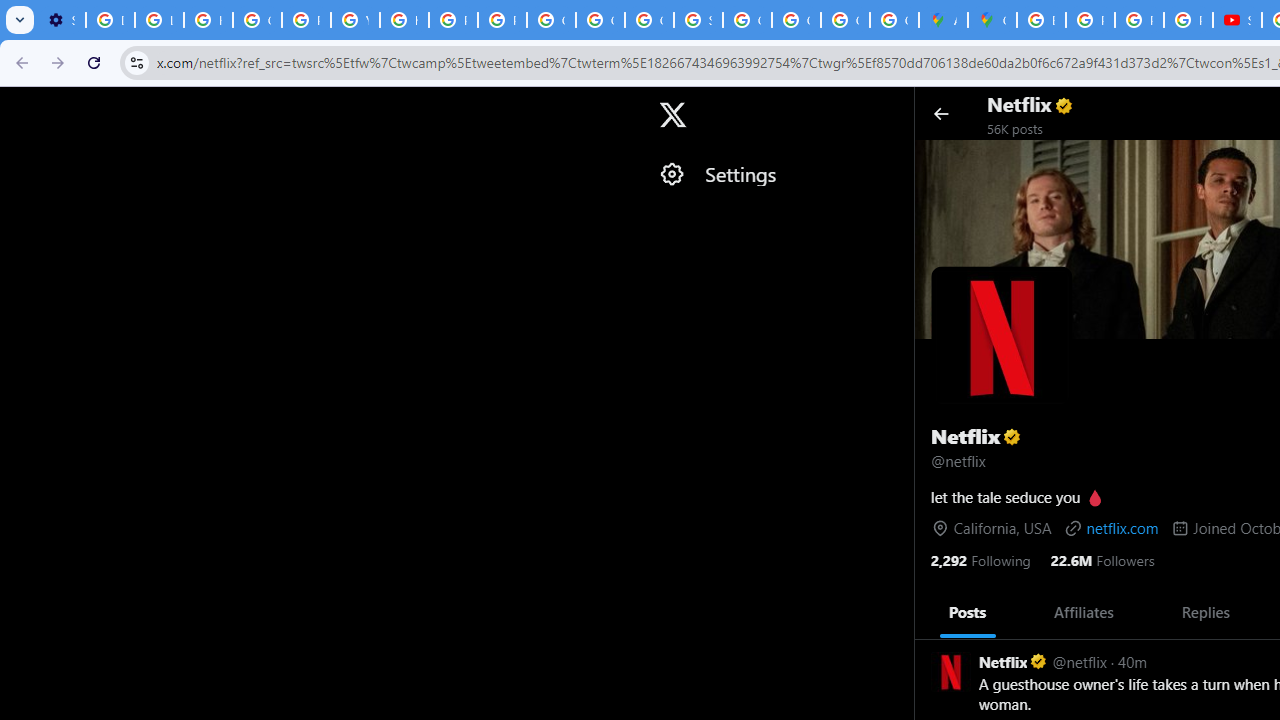 The image size is (1280, 720). Describe the element at coordinates (672, 115) in the screenshot. I see `'X'` at that location.